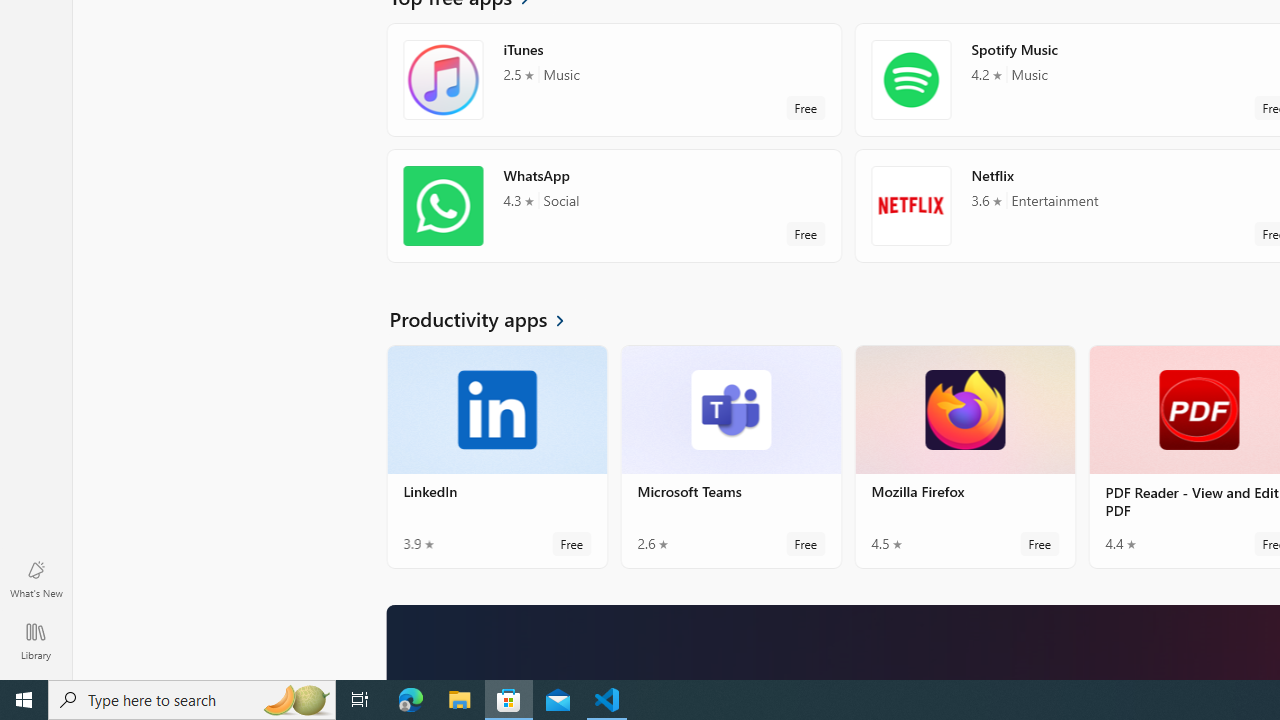  What do you see at coordinates (35, 578) in the screenshot?
I see `'What'` at bounding box center [35, 578].